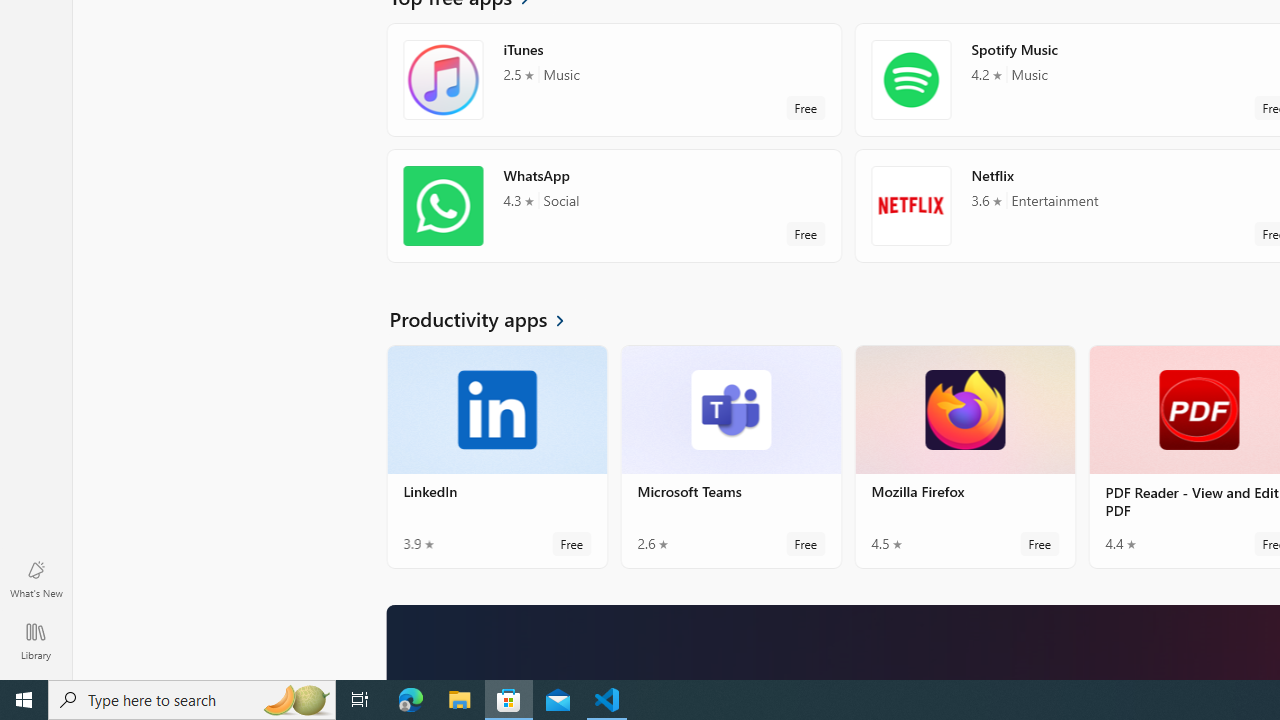  What do you see at coordinates (35, 578) in the screenshot?
I see `'What'` at bounding box center [35, 578].